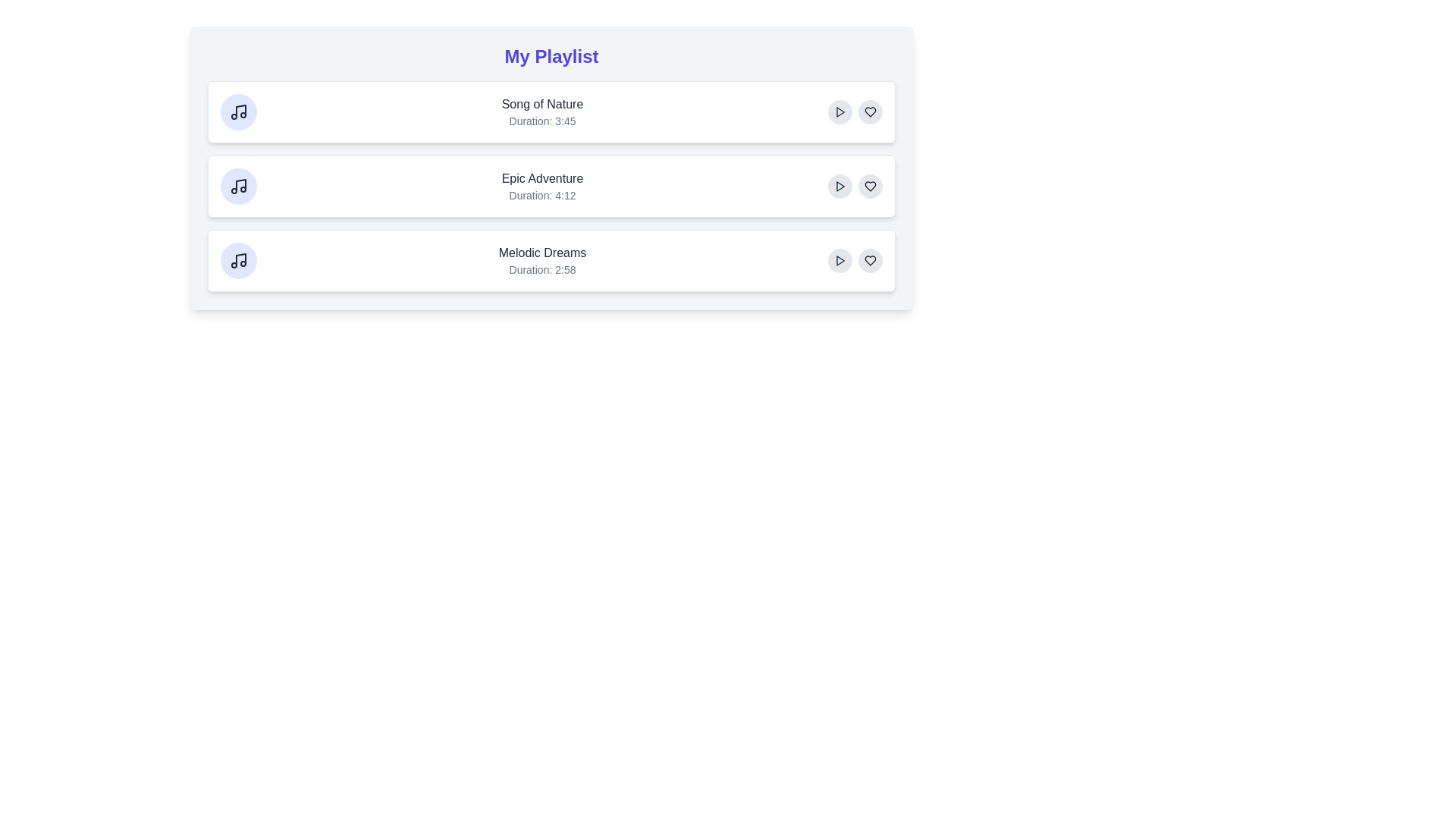  What do you see at coordinates (551, 259) in the screenshot?
I see `the track Melodic Dreams from the playlist` at bounding box center [551, 259].